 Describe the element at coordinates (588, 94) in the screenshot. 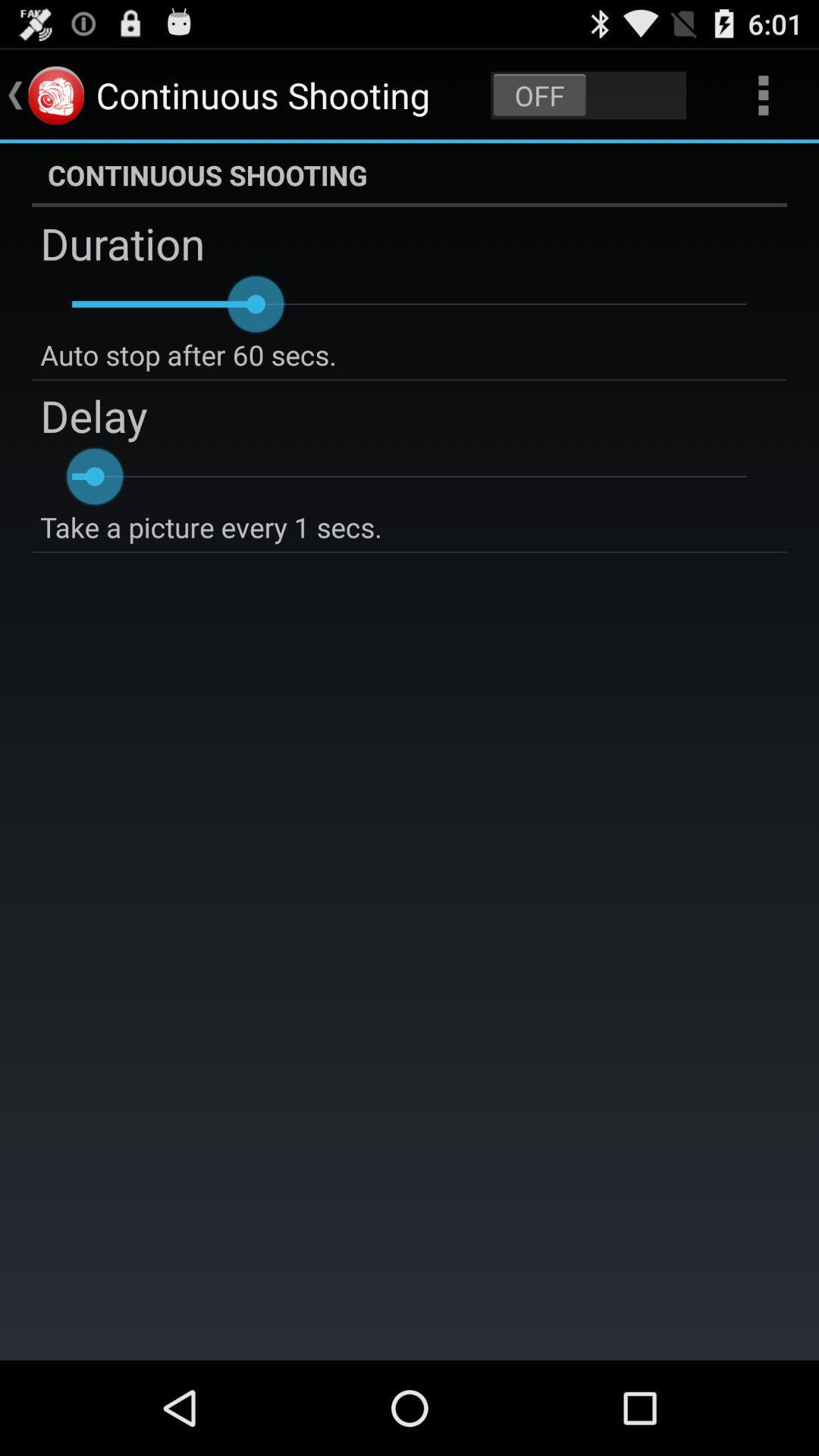

I see `turn on/off continuos shooting` at that location.